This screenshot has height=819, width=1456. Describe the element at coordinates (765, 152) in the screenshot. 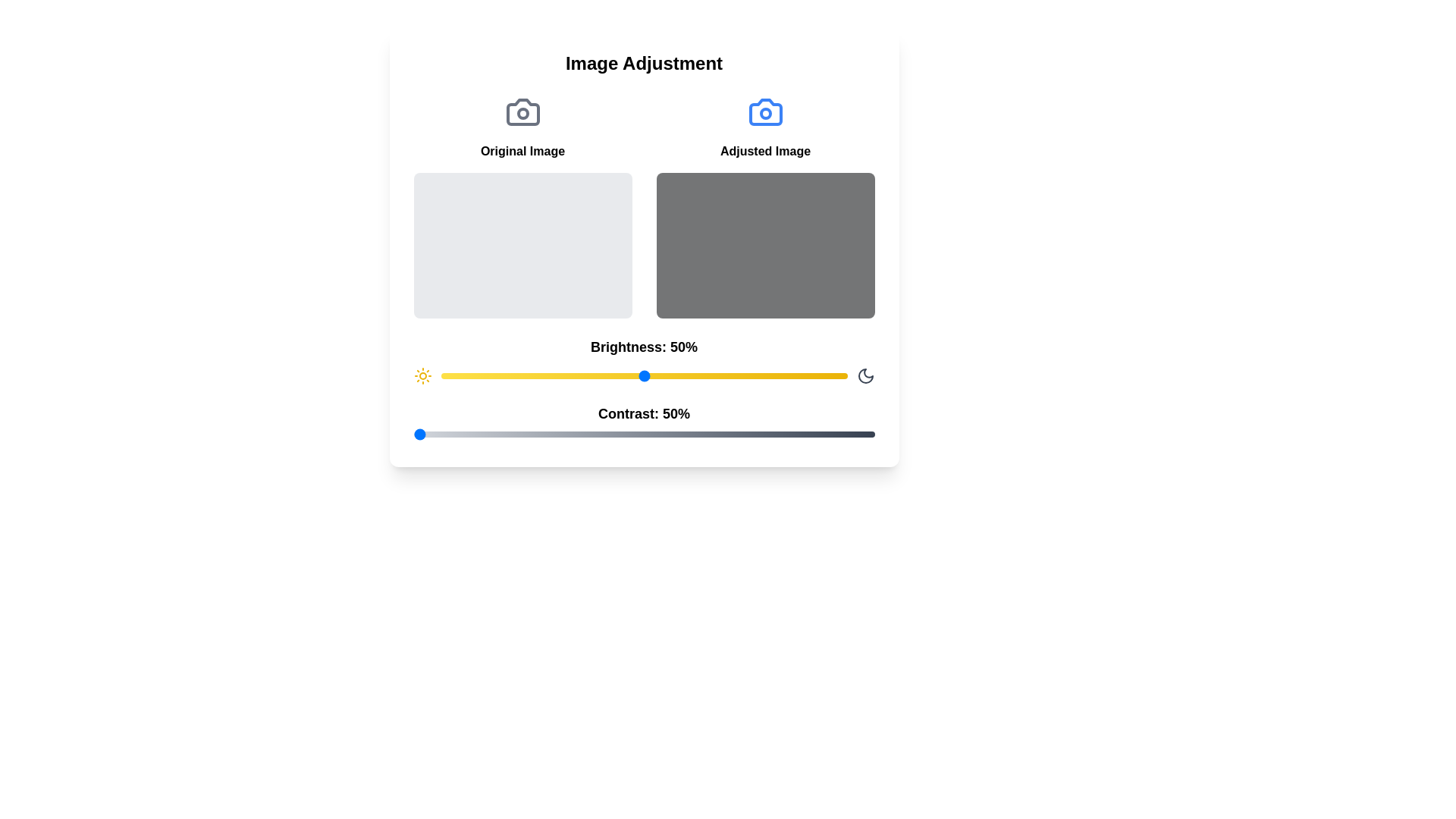

I see `bold text label 'Adjusted Image' which is centrally aligned above a dark gray rectangular area and below a blue camera icon` at that location.